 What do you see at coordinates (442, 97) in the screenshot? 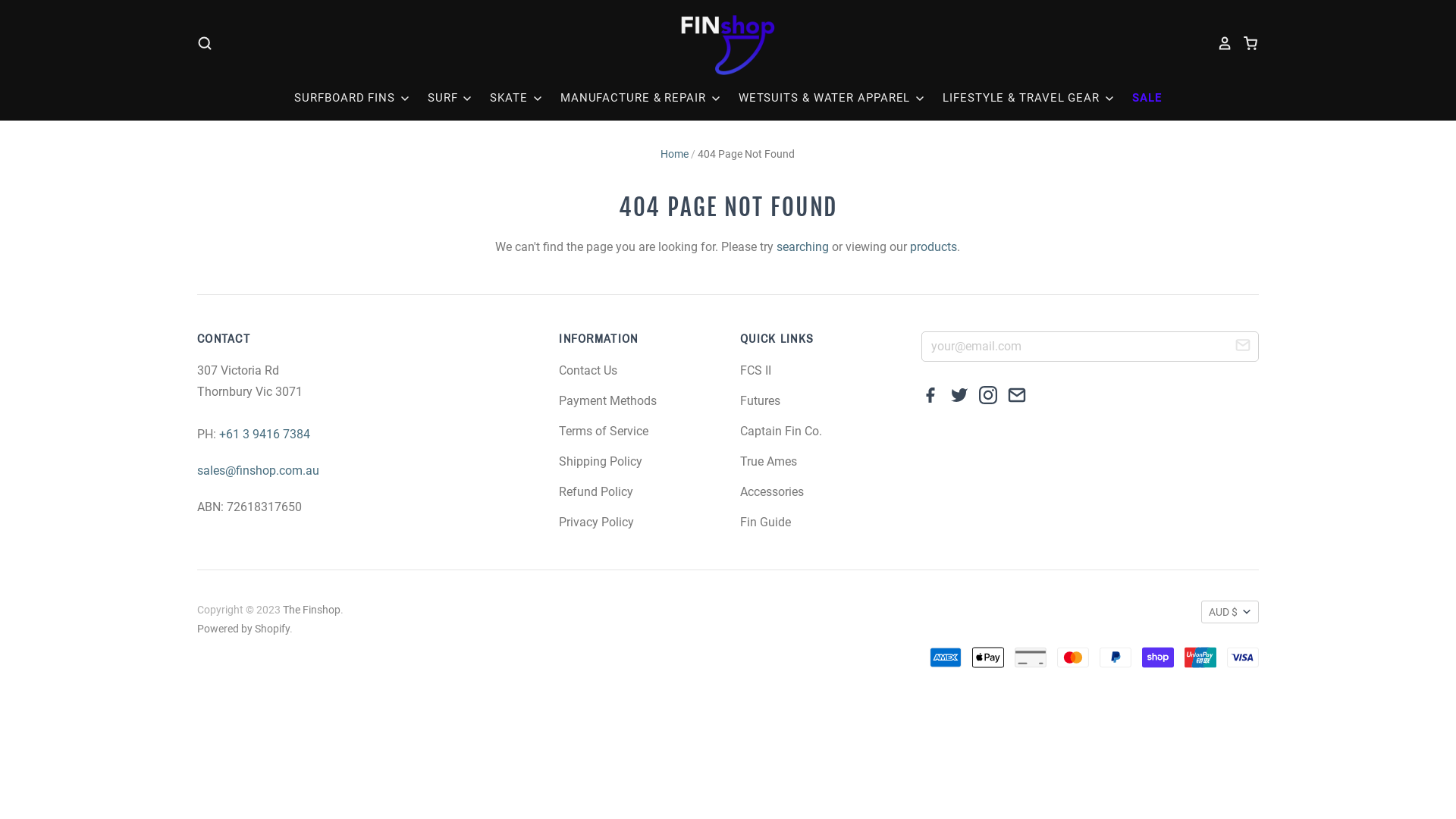
I see `'SURF'` at bounding box center [442, 97].